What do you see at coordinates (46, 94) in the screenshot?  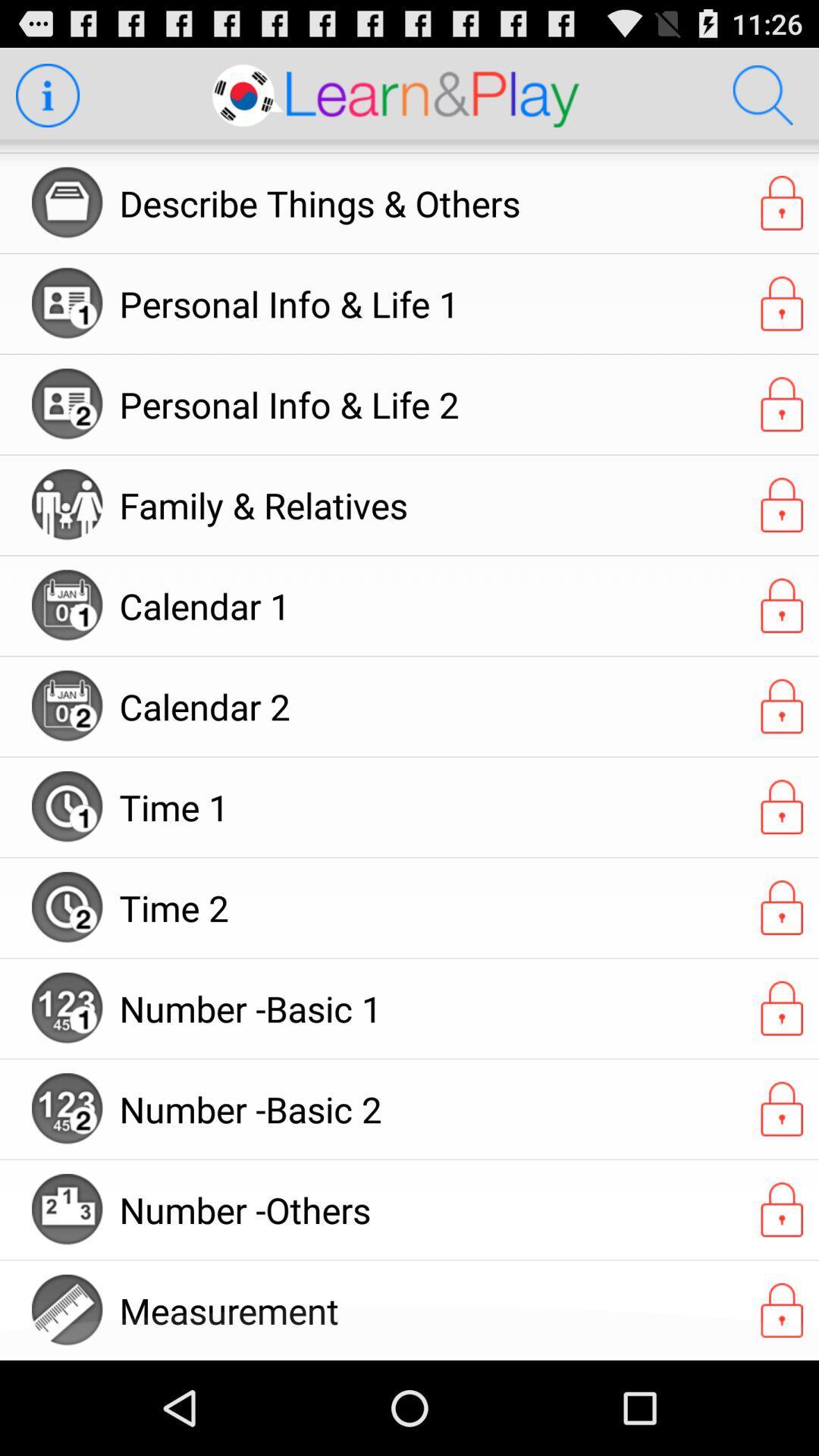 I see `get information` at bounding box center [46, 94].